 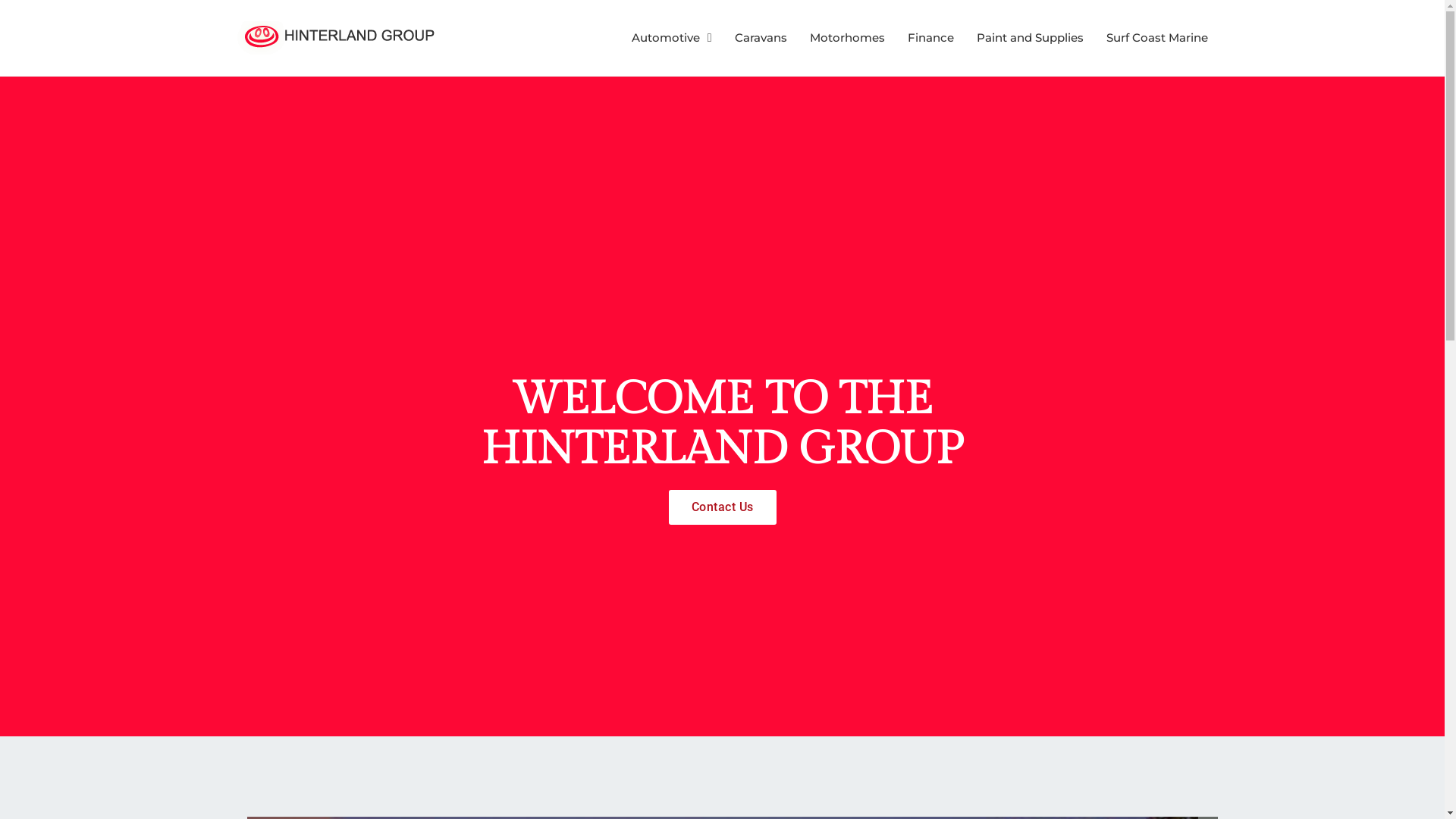 What do you see at coordinates (929, 37) in the screenshot?
I see `'Finance'` at bounding box center [929, 37].